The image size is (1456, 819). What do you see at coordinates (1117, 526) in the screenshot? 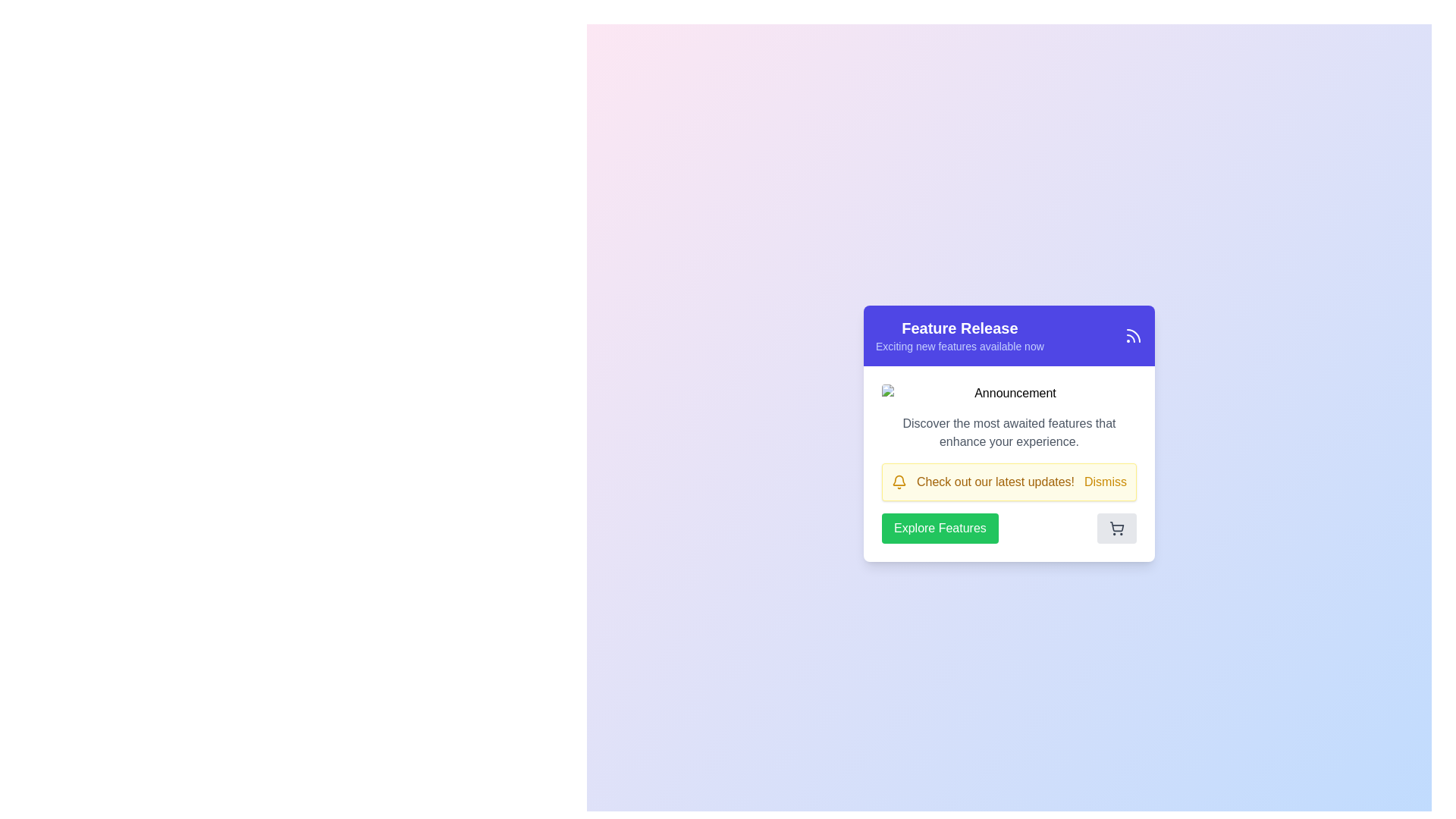
I see `the shopping cart icon, which is a clean, linear design located at the bottom-right side of the feature release panel` at bounding box center [1117, 526].